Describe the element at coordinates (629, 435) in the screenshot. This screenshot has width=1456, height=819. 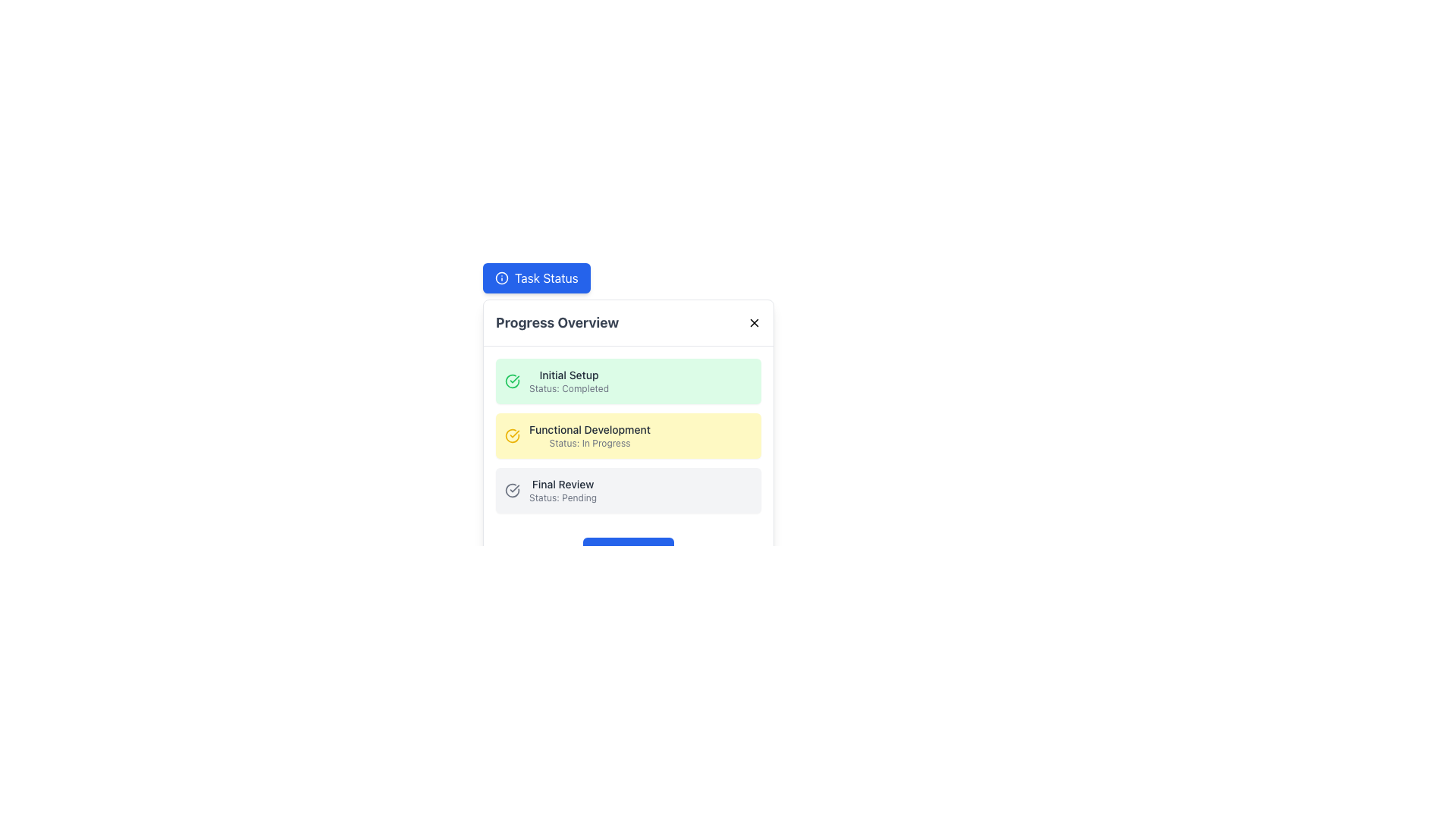
I see `the 'In Progress' status indicator card for the task 'Functional Development' located in the 'Progress Overview' section, positioned between 'Initial Setup' and 'Final Review'` at that location.